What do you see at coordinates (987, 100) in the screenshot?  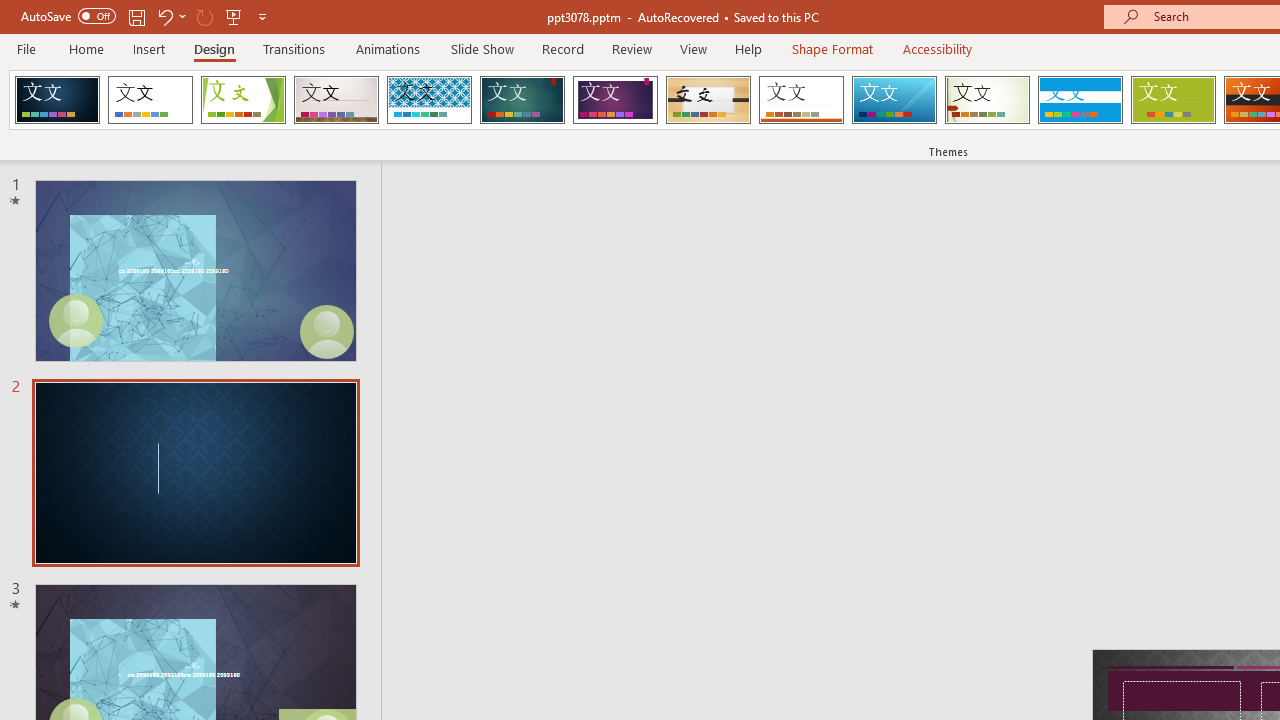 I see `'Wisp'` at bounding box center [987, 100].